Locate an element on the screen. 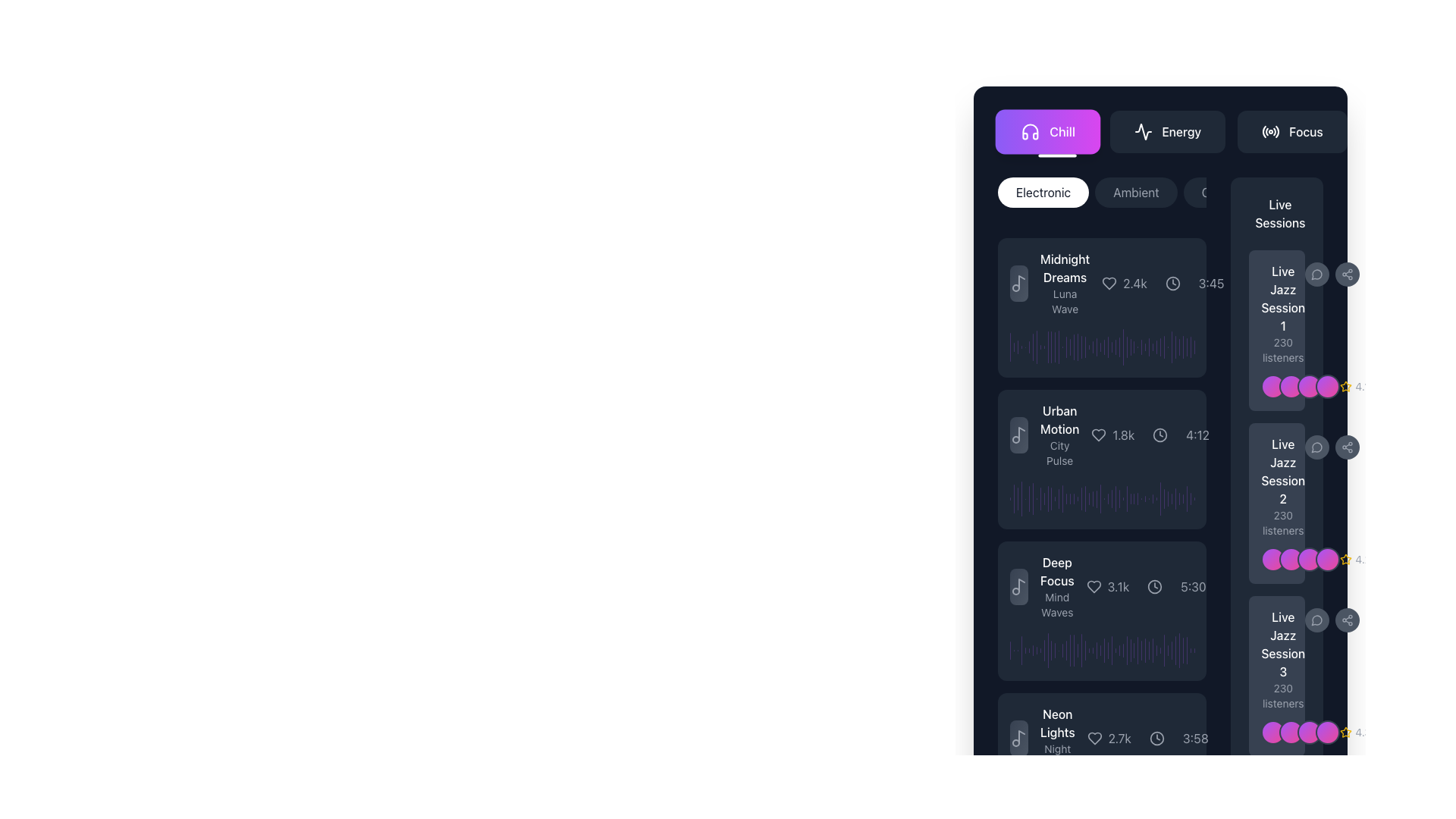 Image resolution: width=1456 pixels, height=819 pixels. the yellow star-shaped icon to rate it, which is located to the right of the 'Live Jazz Session' cards and next to the rating text '4.2' is located at coordinates (1346, 559).